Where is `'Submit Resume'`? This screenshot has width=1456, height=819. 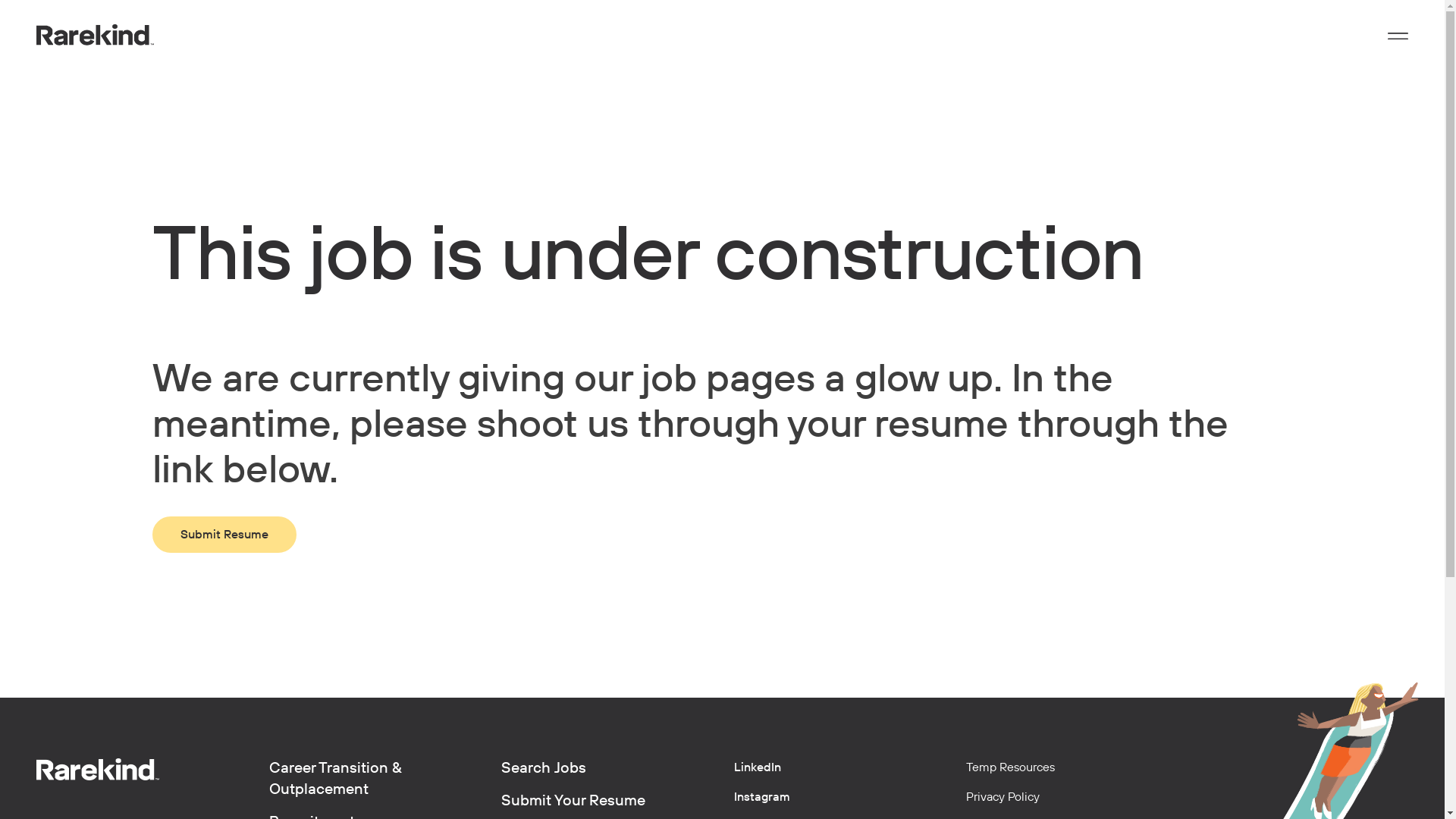 'Submit Resume' is located at coordinates (222, 534).